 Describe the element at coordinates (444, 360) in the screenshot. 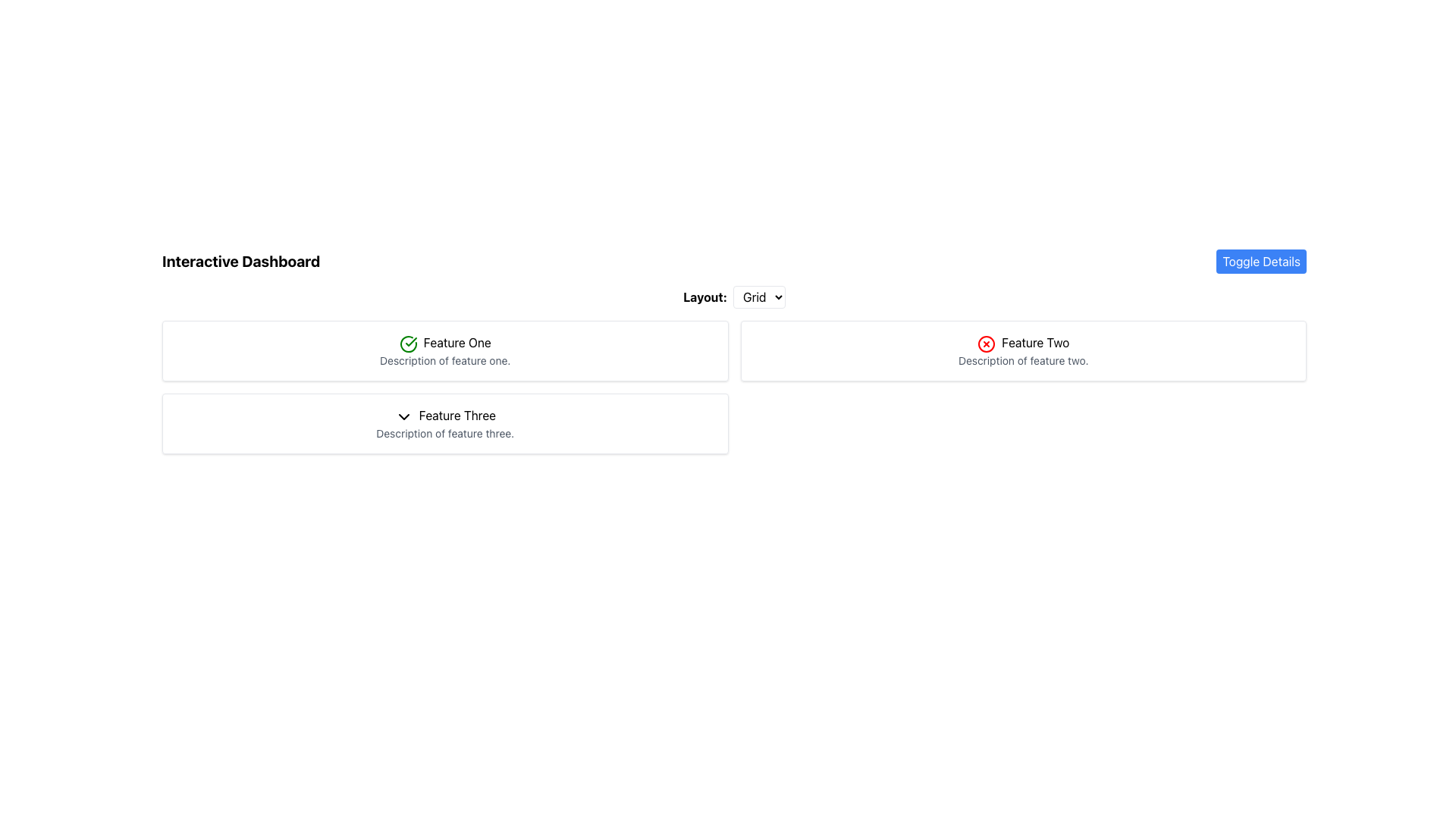

I see `the text label that reads 'Description of feature one.' located below the header 'Feature One' in the first box of the grid layout` at that location.